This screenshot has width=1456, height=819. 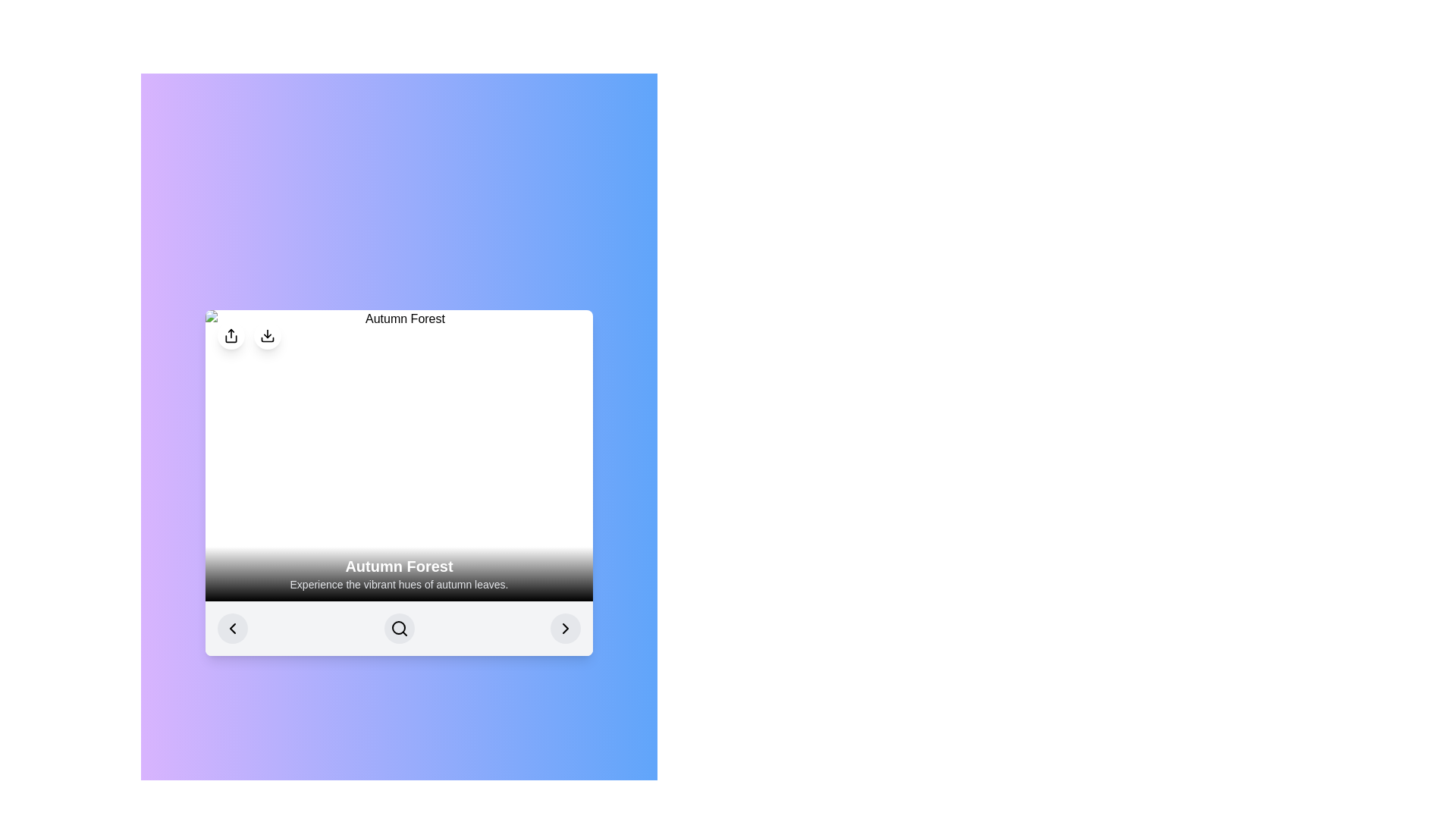 I want to click on the navigation button located in the lower-left portion of the interface, so click(x=232, y=629).